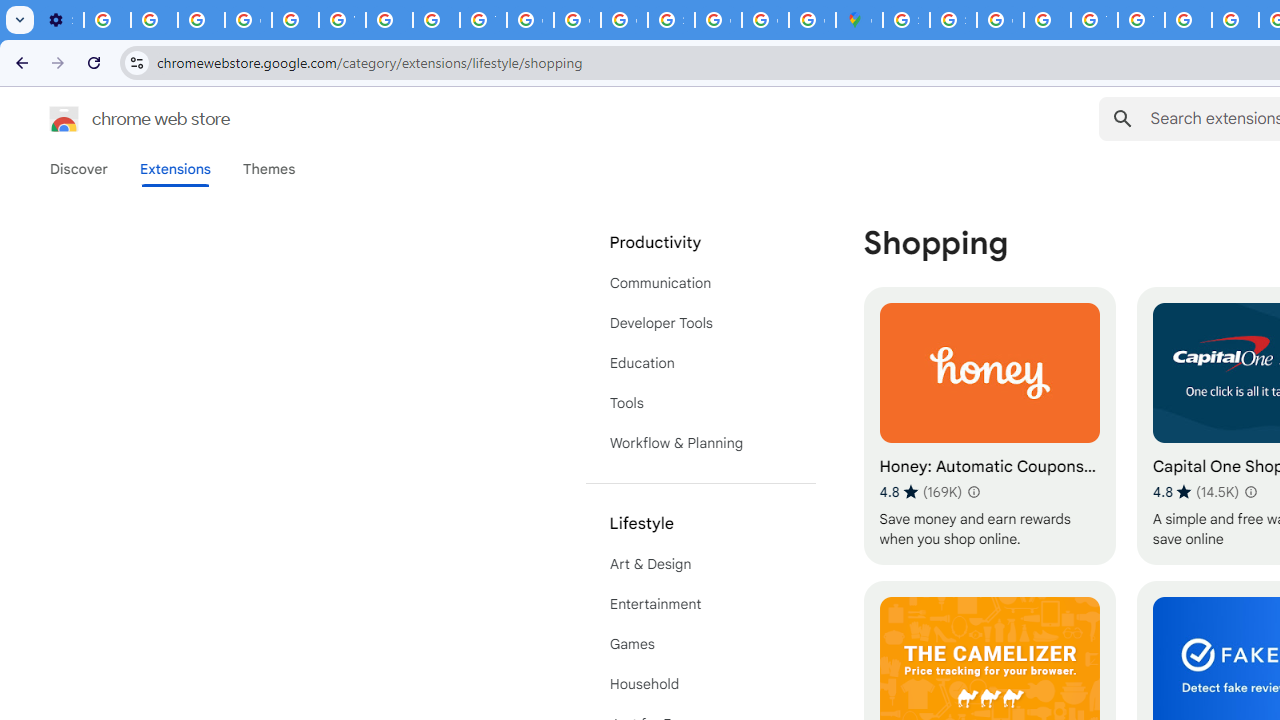  What do you see at coordinates (268, 168) in the screenshot?
I see `'Themes'` at bounding box center [268, 168].